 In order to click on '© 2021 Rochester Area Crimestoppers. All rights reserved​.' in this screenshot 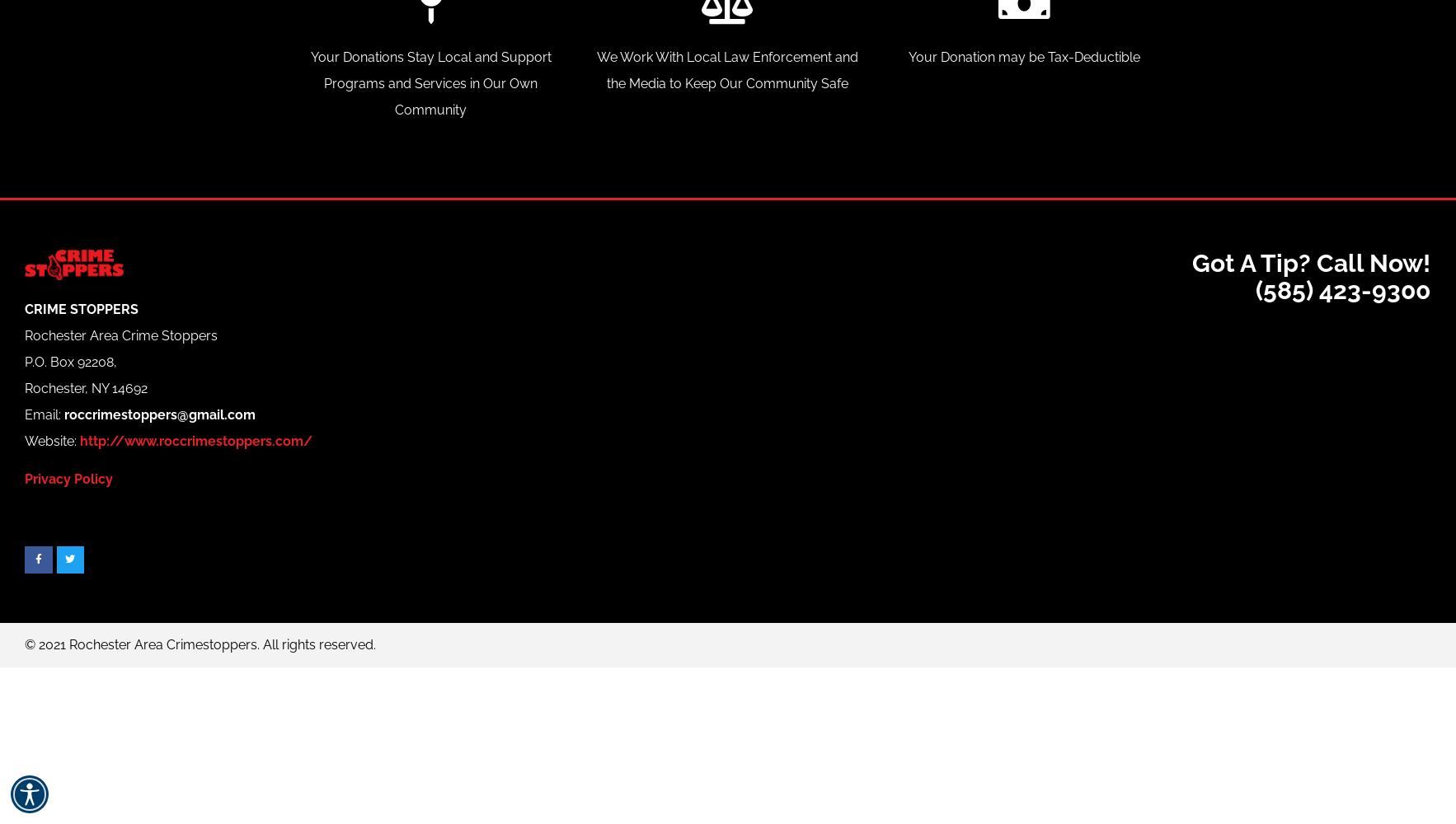, I will do `click(200, 644)`.